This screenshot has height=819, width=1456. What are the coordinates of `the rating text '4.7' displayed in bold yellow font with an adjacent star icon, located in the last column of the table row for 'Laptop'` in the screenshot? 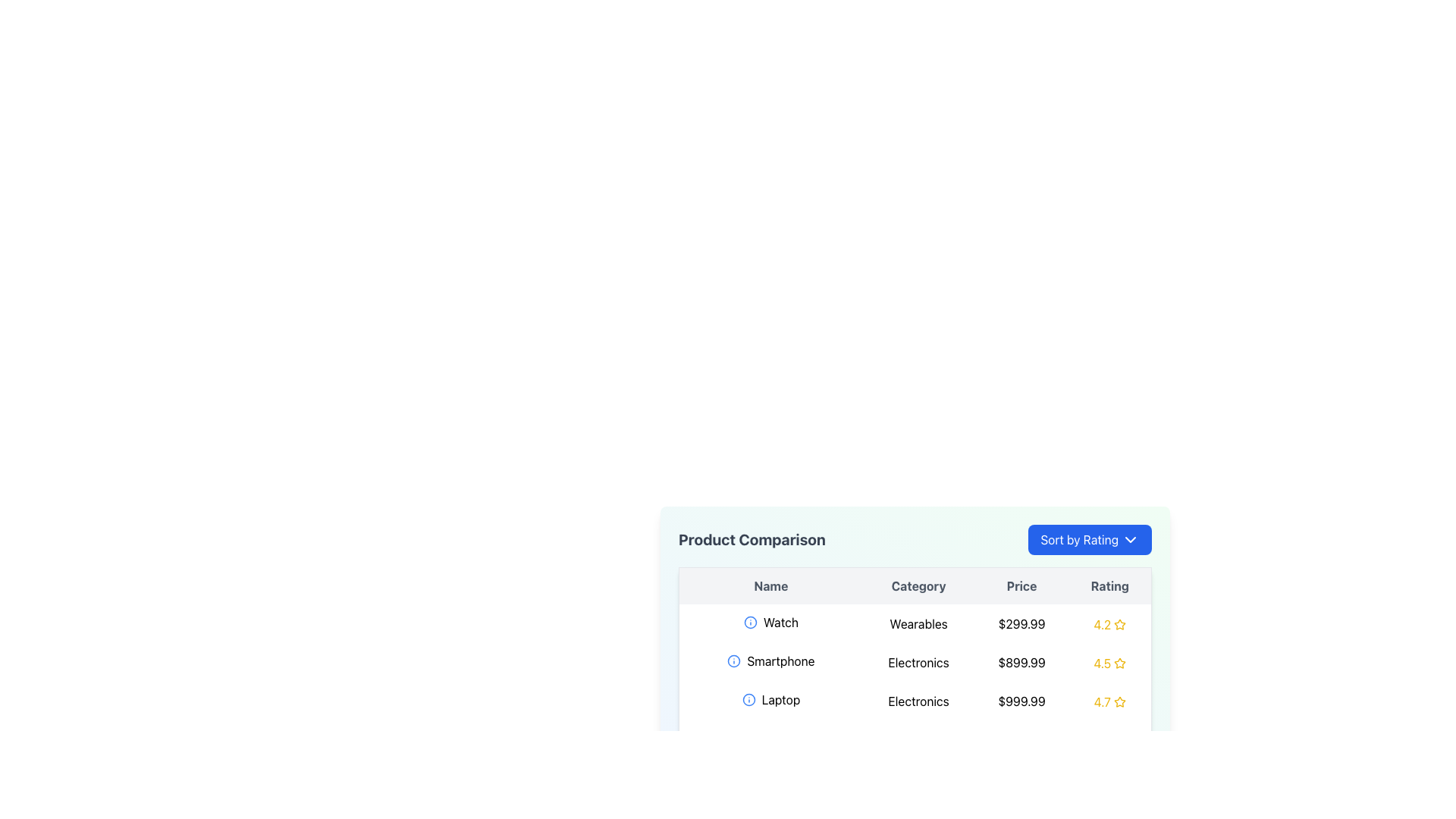 It's located at (1109, 701).